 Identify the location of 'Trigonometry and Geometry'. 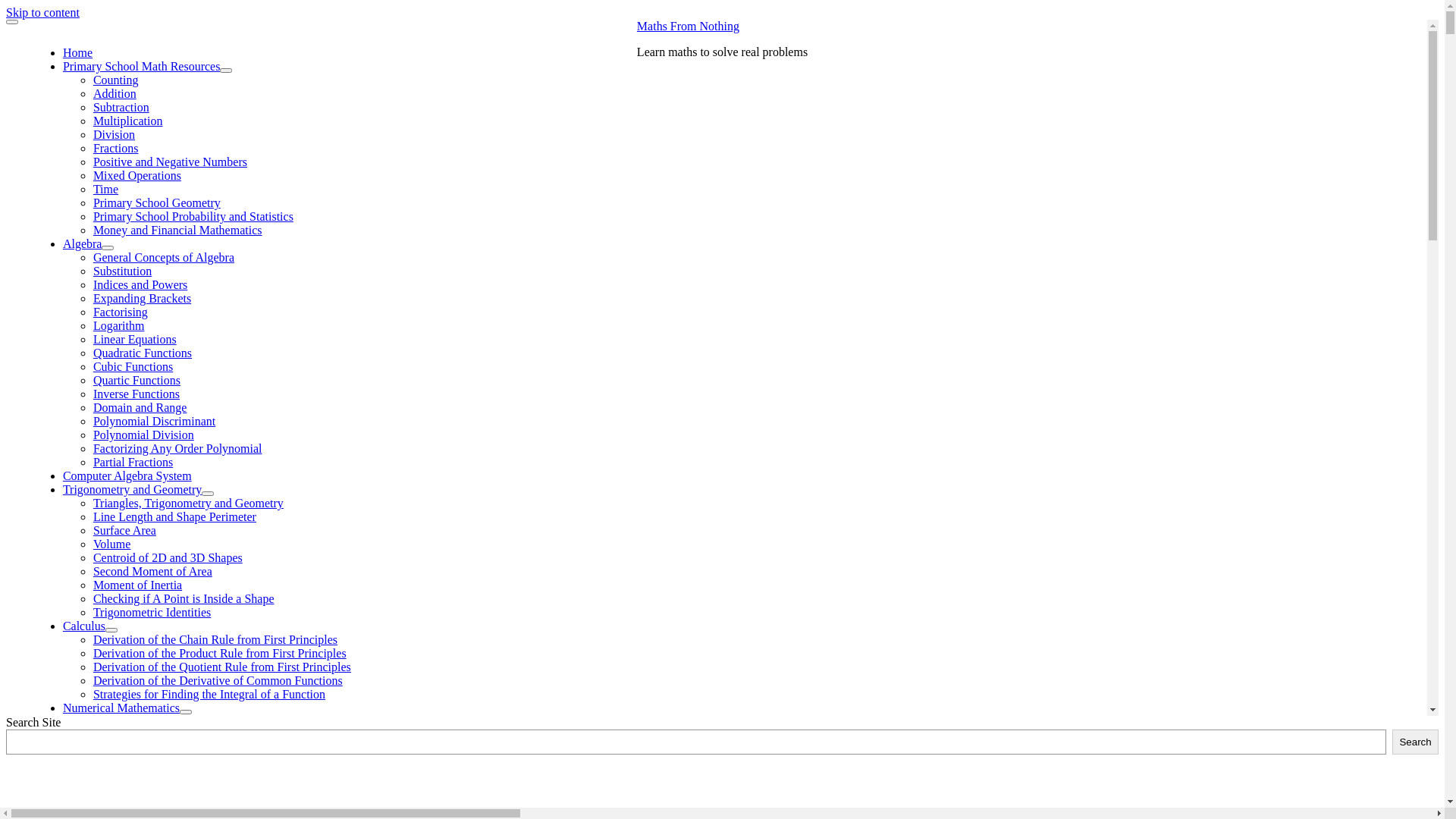
(132, 489).